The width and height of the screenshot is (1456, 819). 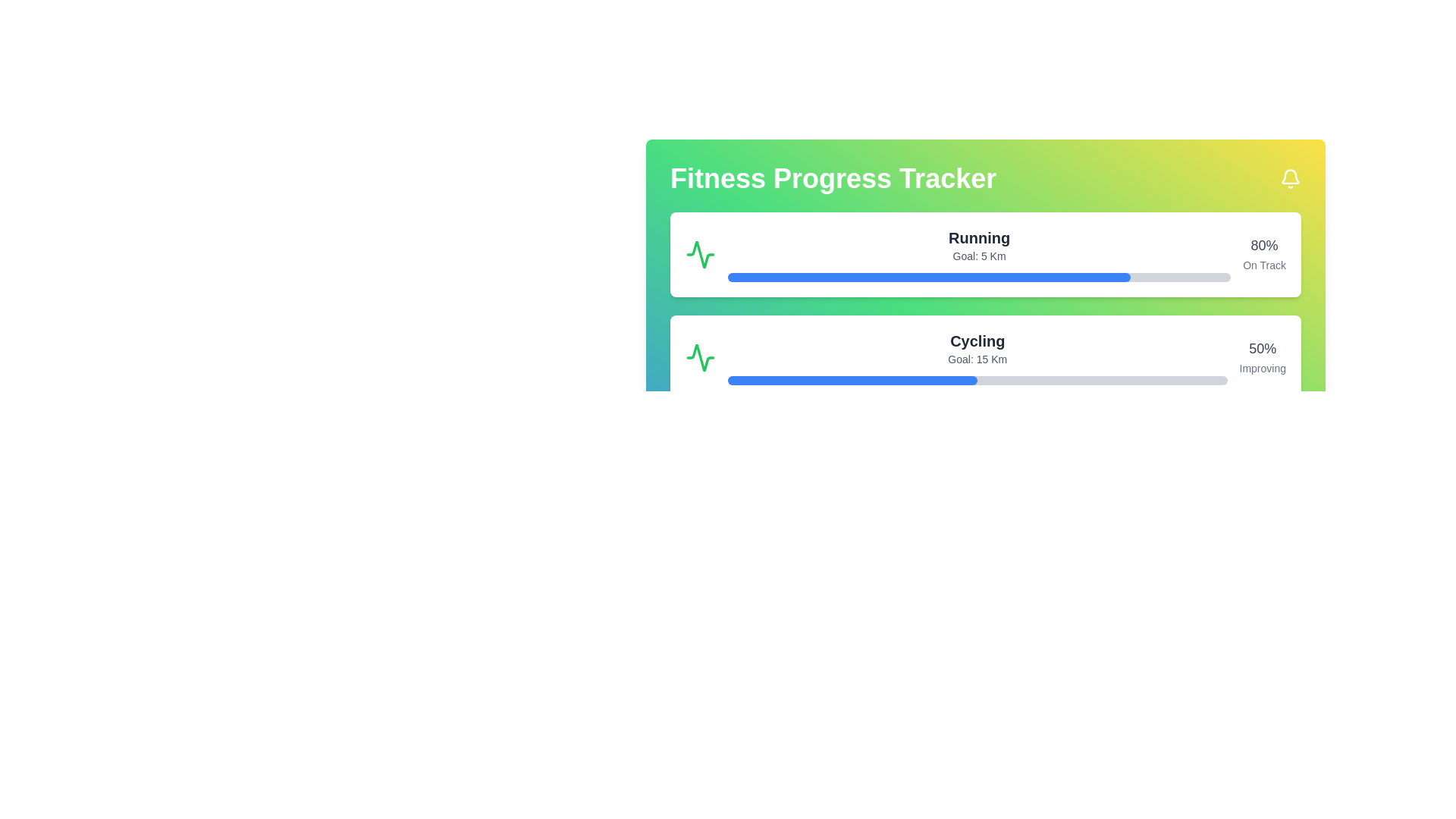 What do you see at coordinates (977, 359) in the screenshot?
I see `displayed text of the Text Label that shows 'Goal: 15 Km', which is styled in small gray text and positioned below the 'Cycling' heading` at bounding box center [977, 359].